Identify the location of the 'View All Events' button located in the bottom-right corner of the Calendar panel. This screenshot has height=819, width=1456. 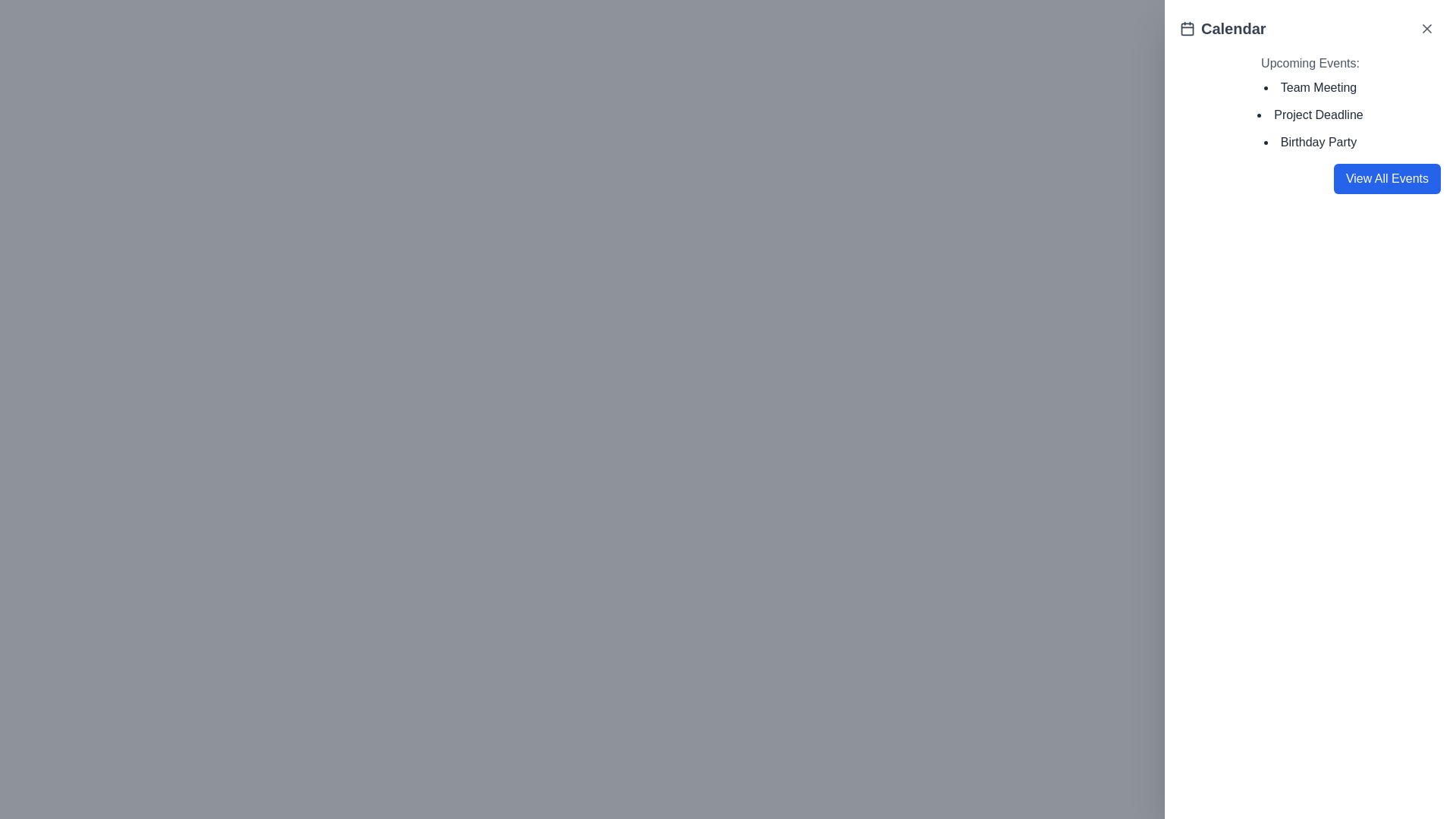
(1387, 177).